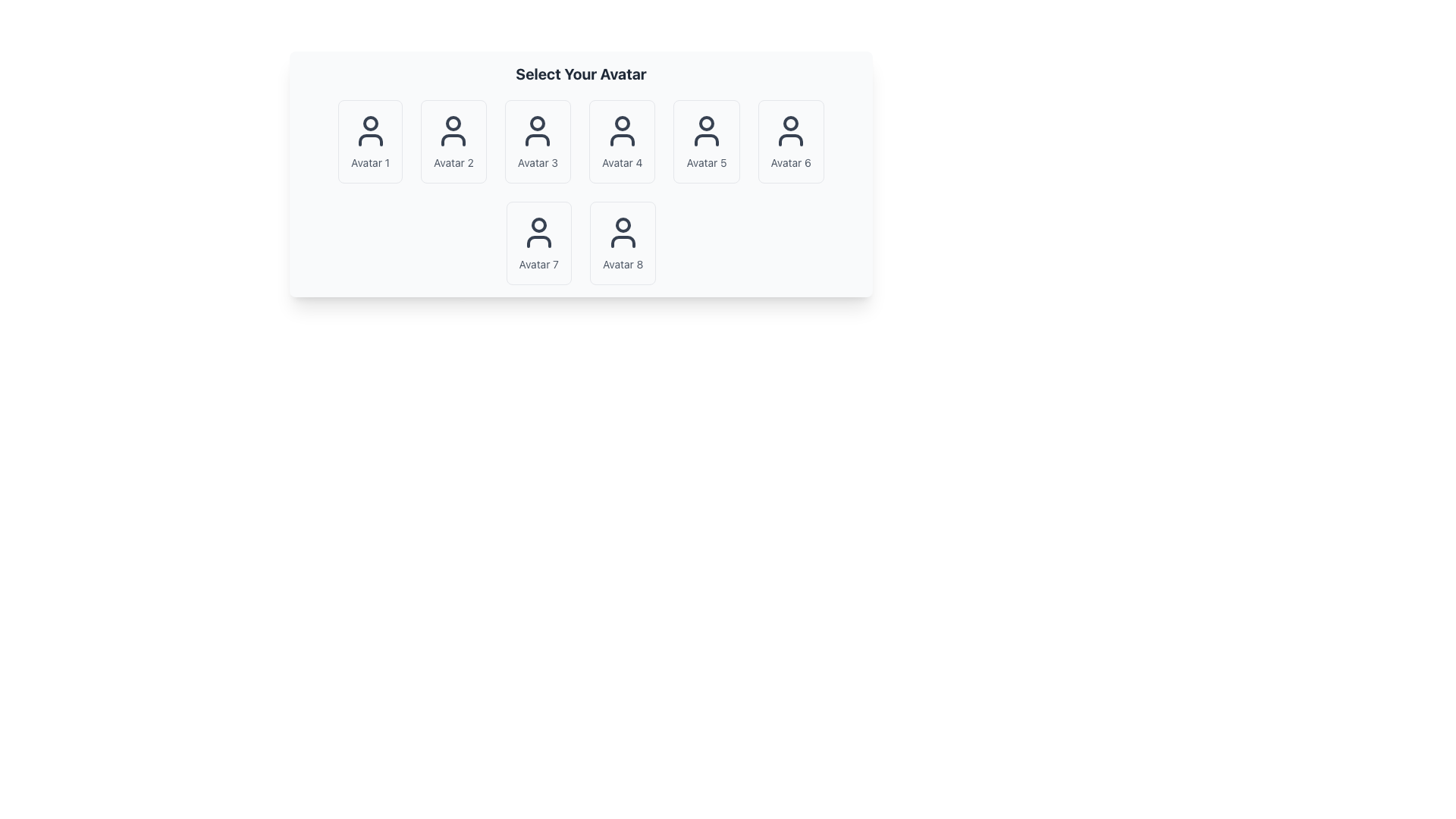 The image size is (1456, 819). What do you see at coordinates (622, 130) in the screenshot?
I see `the user avatar icon located within the grouped element labeled 'Avatar 4', which is the fourth avatar in the top row of the avatar selection section` at bounding box center [622, 130].